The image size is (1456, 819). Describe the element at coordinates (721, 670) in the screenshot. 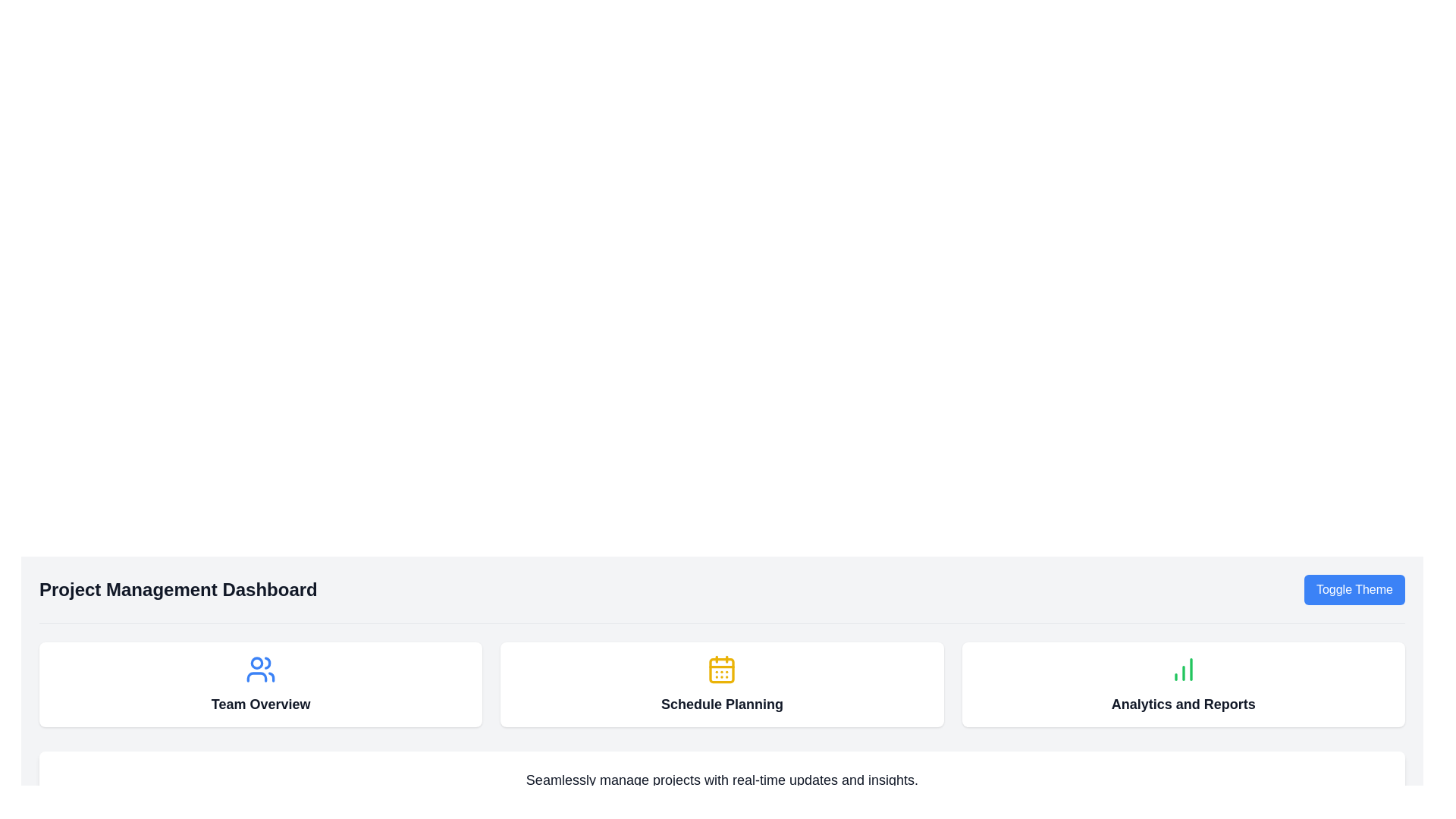

I see `the central rectangular icon with rounded corners in the 'Schedule Planning' section of the calendar graphic` at that location.